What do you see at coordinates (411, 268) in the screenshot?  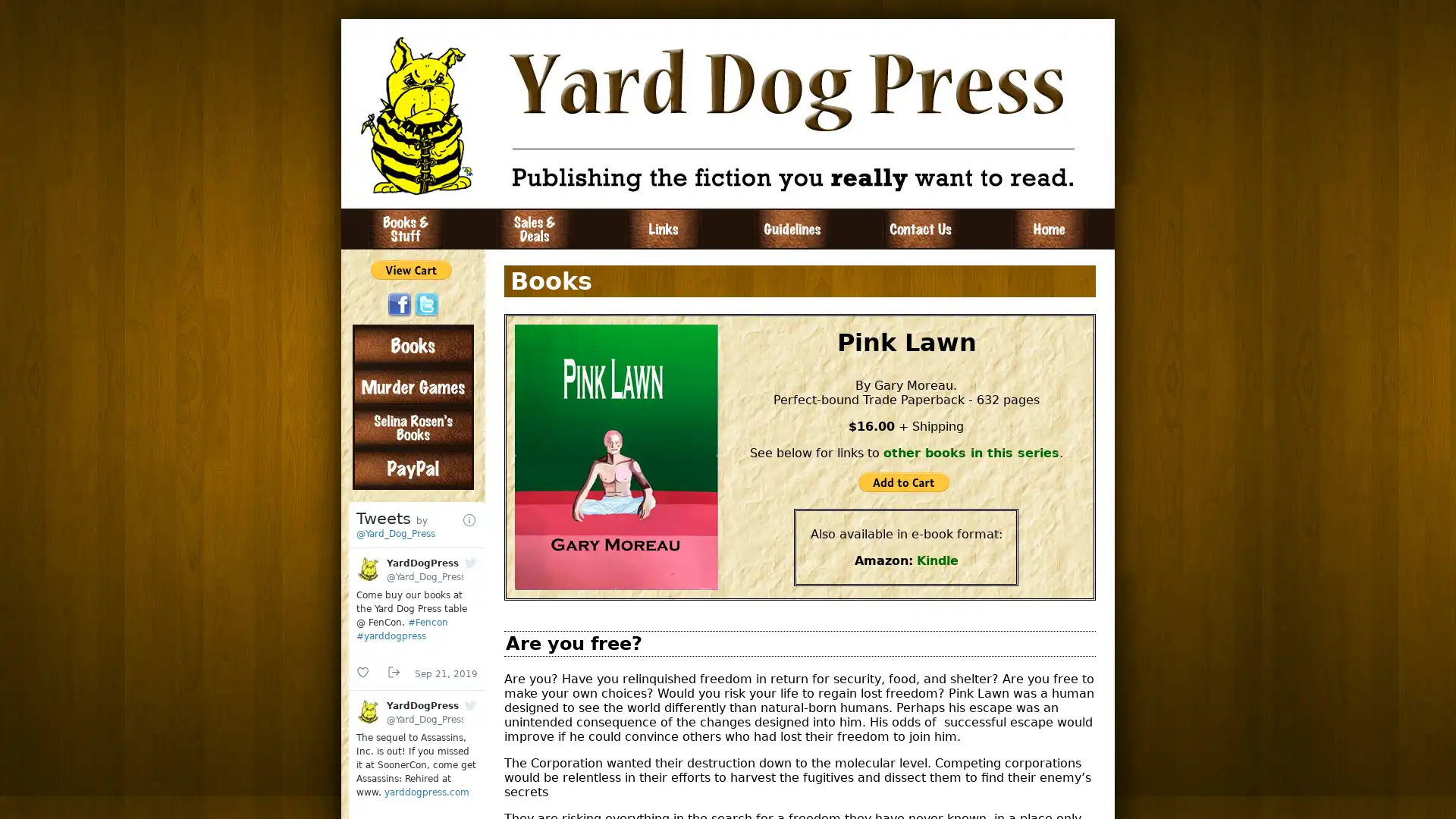 I see `PayPal - The safer, easier way to pay online` at bounding box center [411, 268].